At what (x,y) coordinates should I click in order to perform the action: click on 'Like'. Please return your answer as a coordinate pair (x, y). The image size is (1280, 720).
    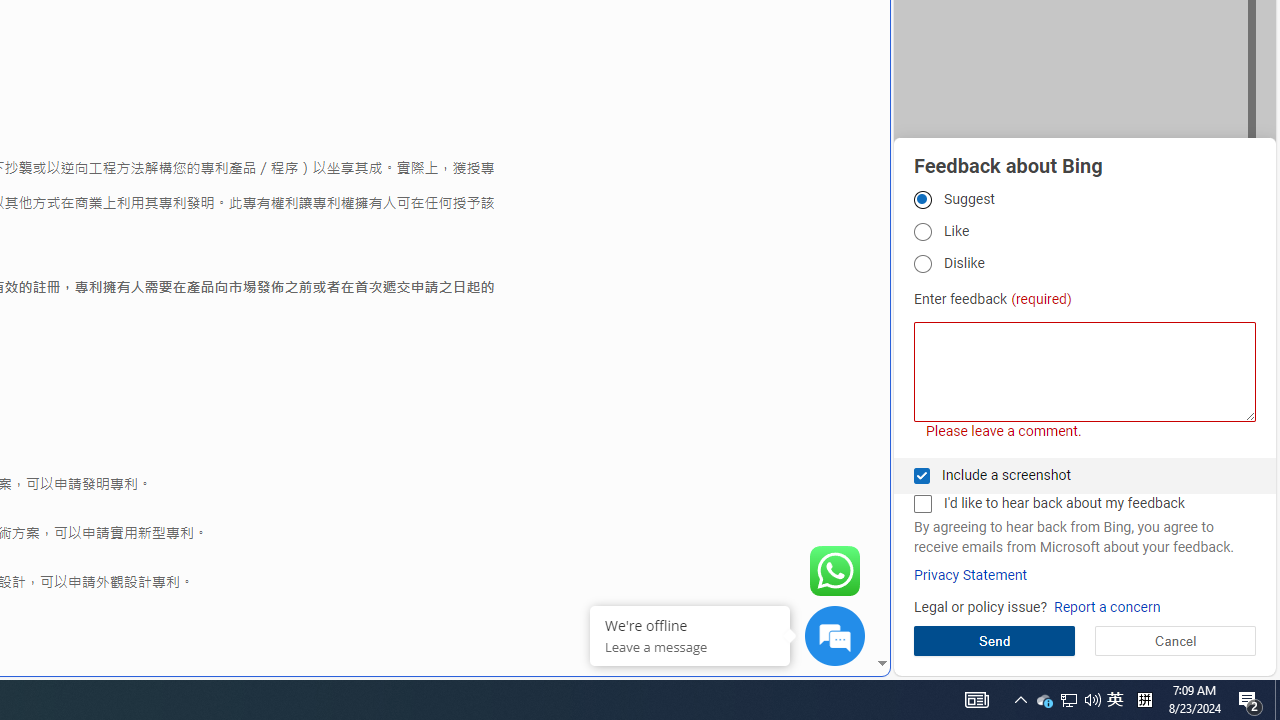
    Looking at the image, I should click on (921, 231).